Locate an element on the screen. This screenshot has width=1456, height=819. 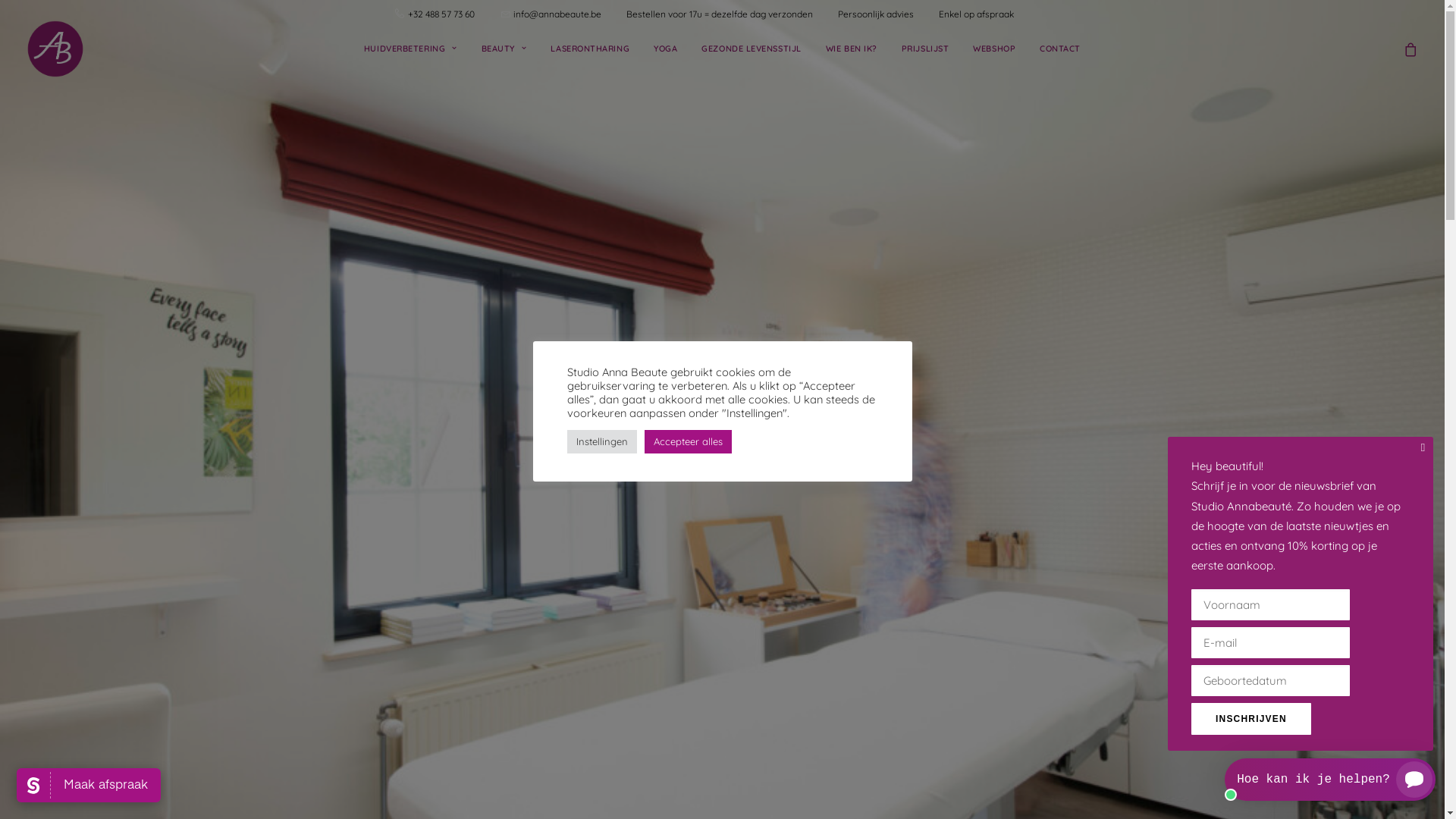
'LASERONTHARING' is located at coordinates (539, 48).